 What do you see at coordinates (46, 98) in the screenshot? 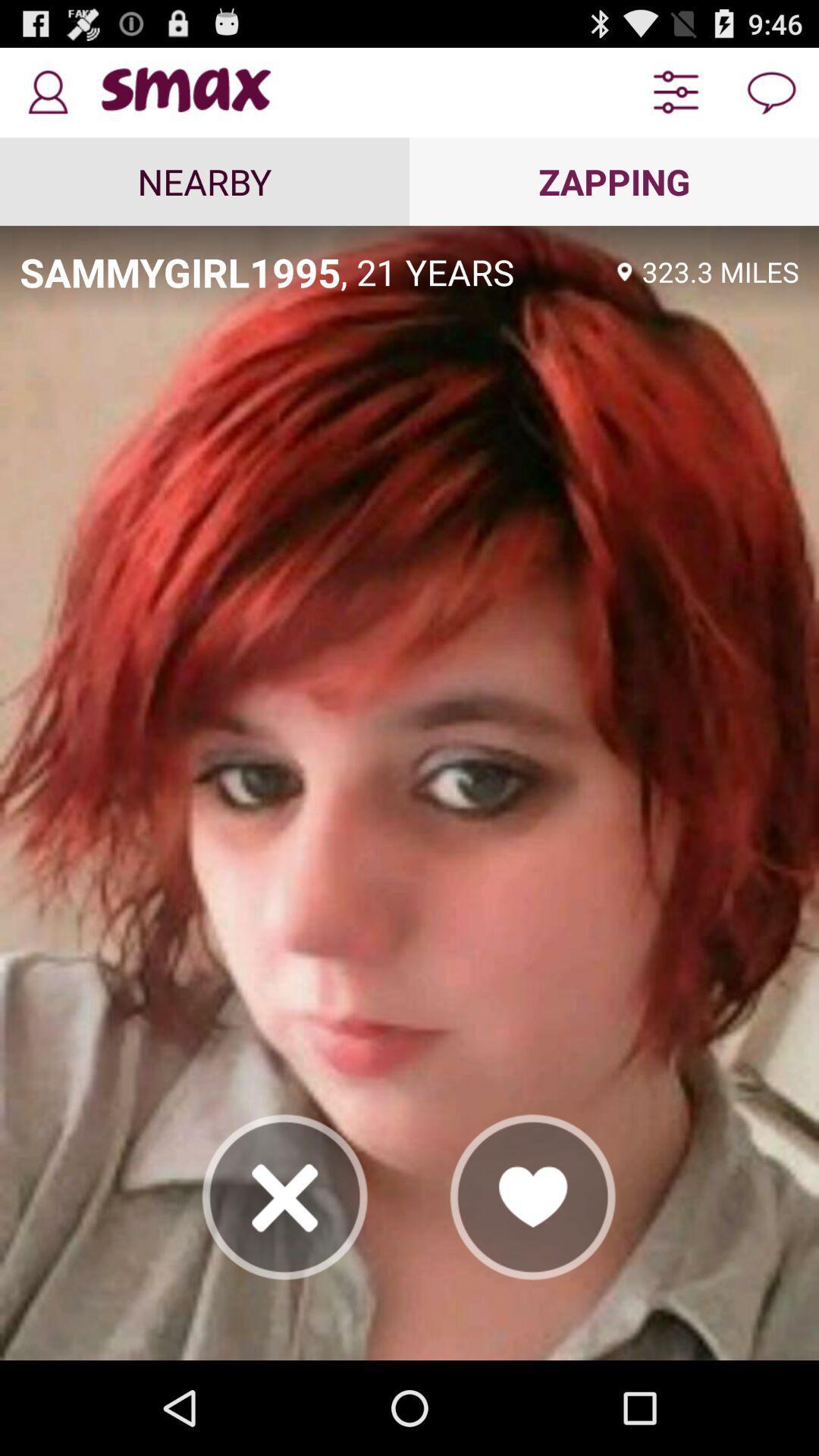
I see `the avatar icon` at bounding box center [46, 98].